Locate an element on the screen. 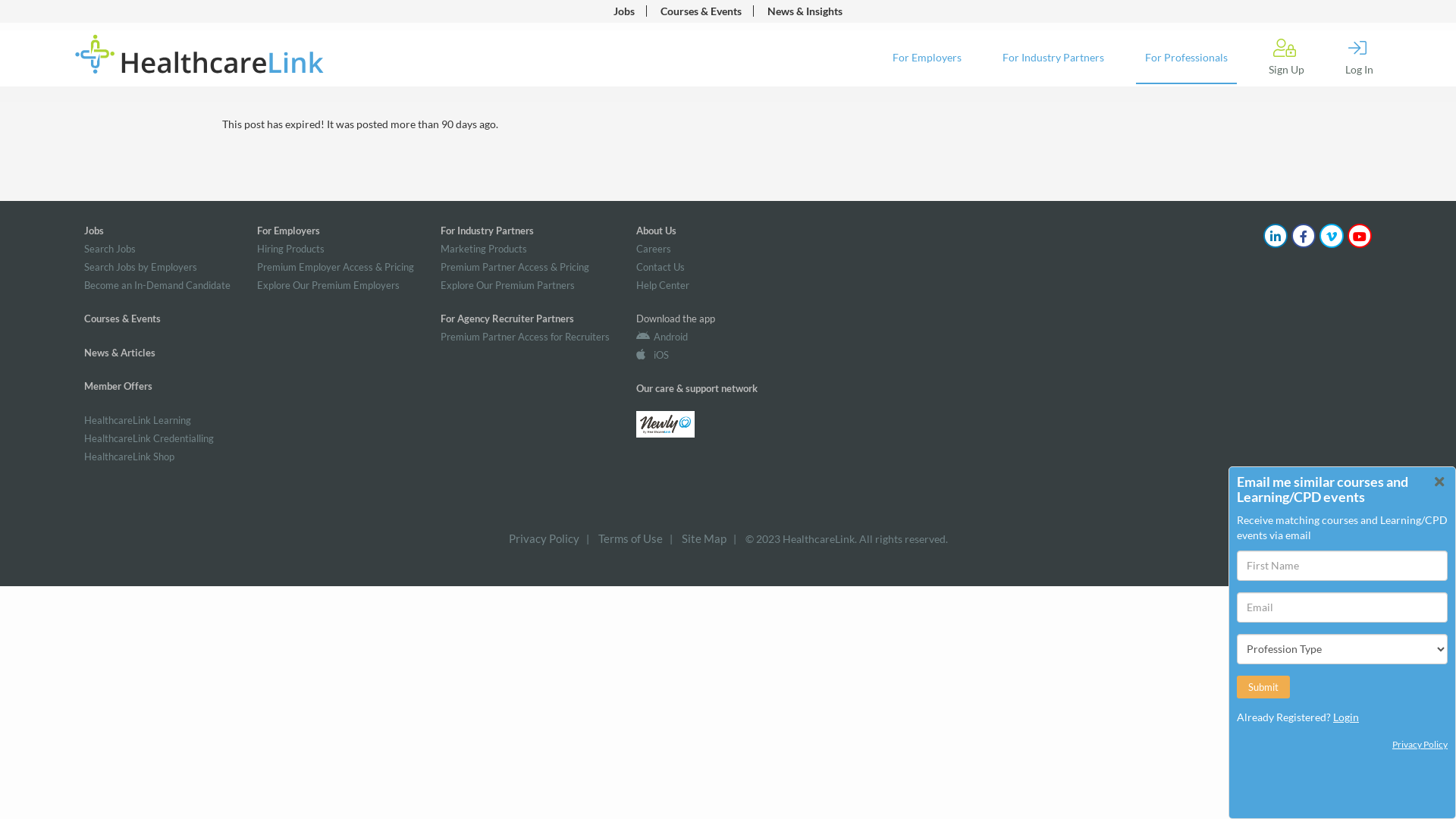 The image size is (1456, 819). 'Privacy Policy' is located at coordinates (543, 537).